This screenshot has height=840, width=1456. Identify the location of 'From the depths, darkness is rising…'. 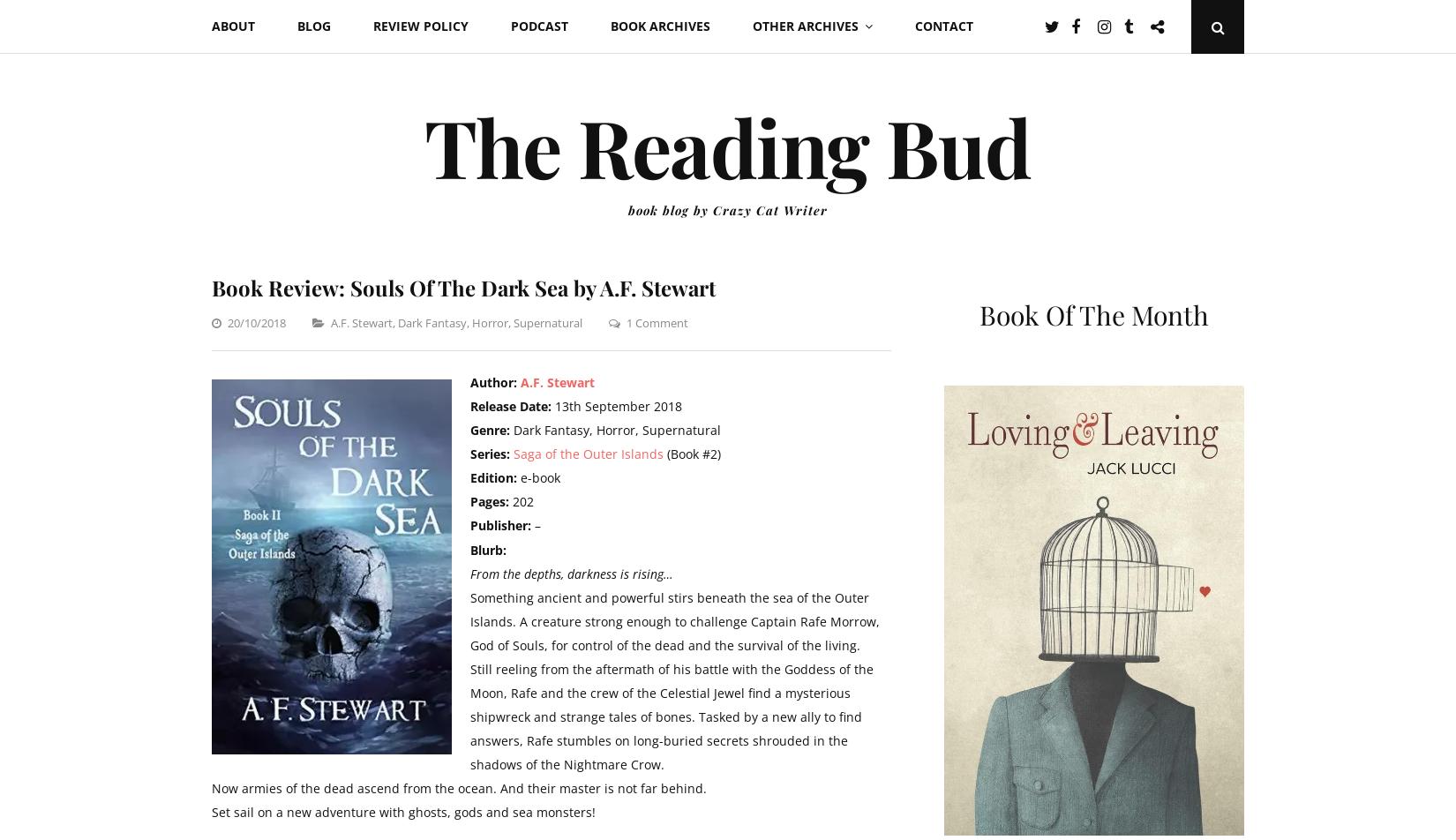
(570, 573).